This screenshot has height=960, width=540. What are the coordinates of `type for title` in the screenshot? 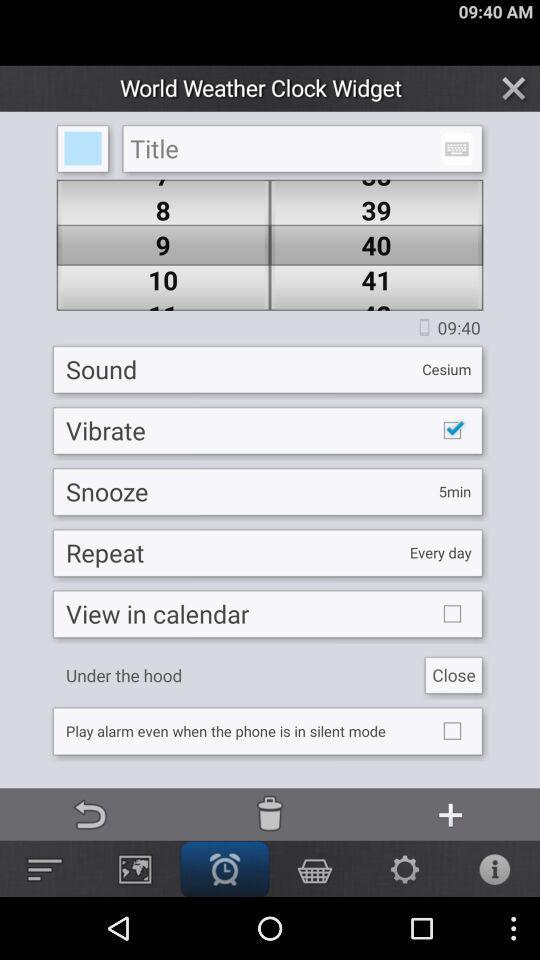 It's located at (301, 148).